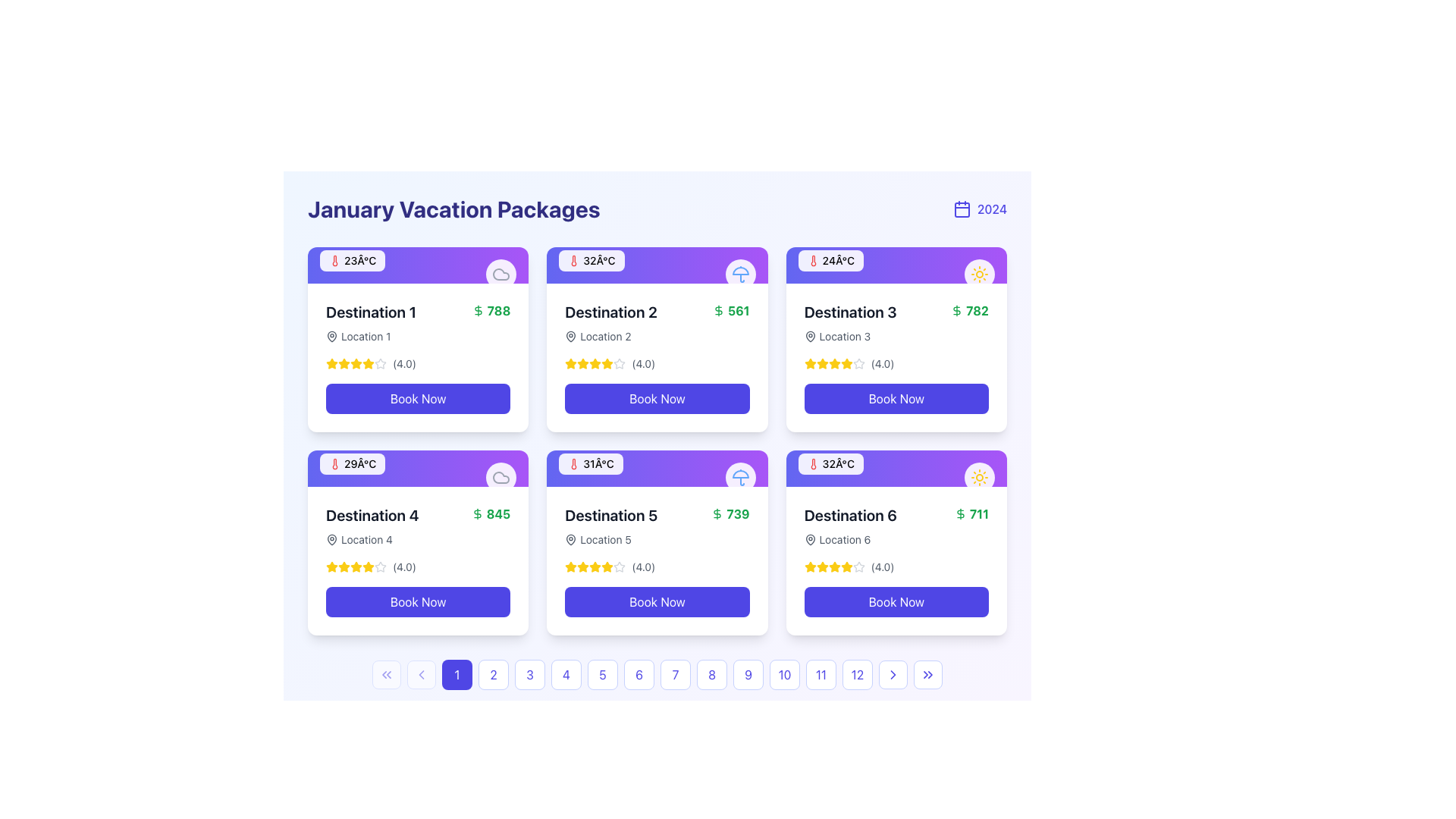 Image resolution: width=1456 pixels, height=819 pixels. I want to click on the text label displaying the string '(4.0)' which is styled in gray and positioned next to the star-rating visual component in the second card under 'Destination 2', so click(643, 363).